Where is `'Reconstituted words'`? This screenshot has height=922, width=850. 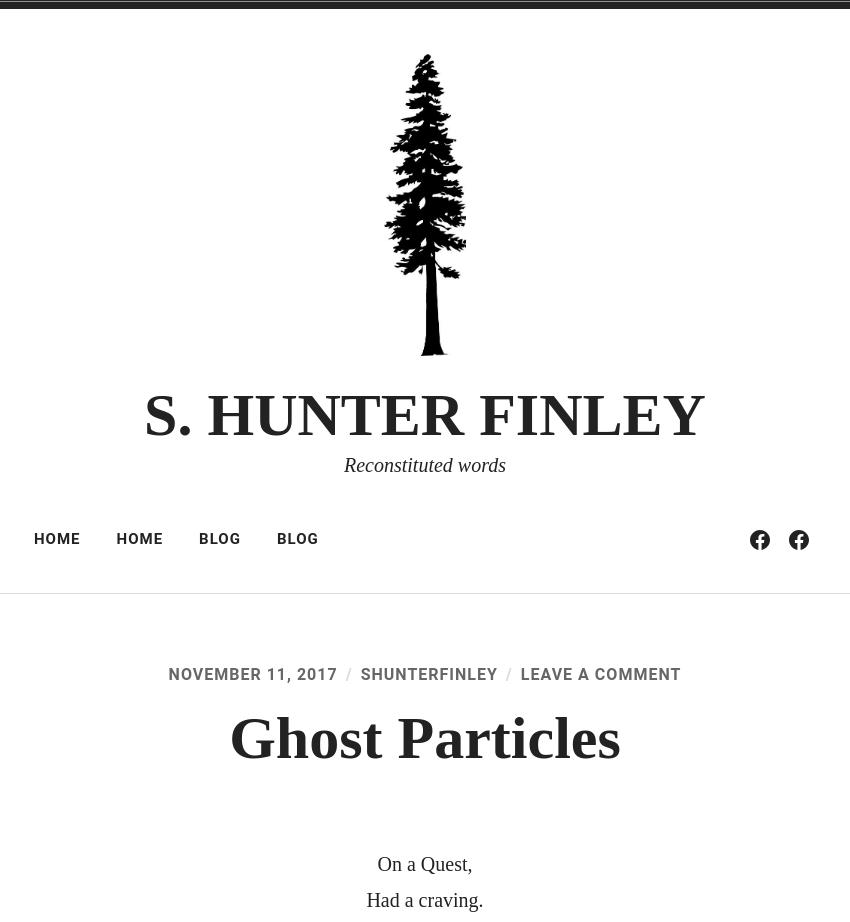 'Reconstituted words' is located at coordinates (341, 464).